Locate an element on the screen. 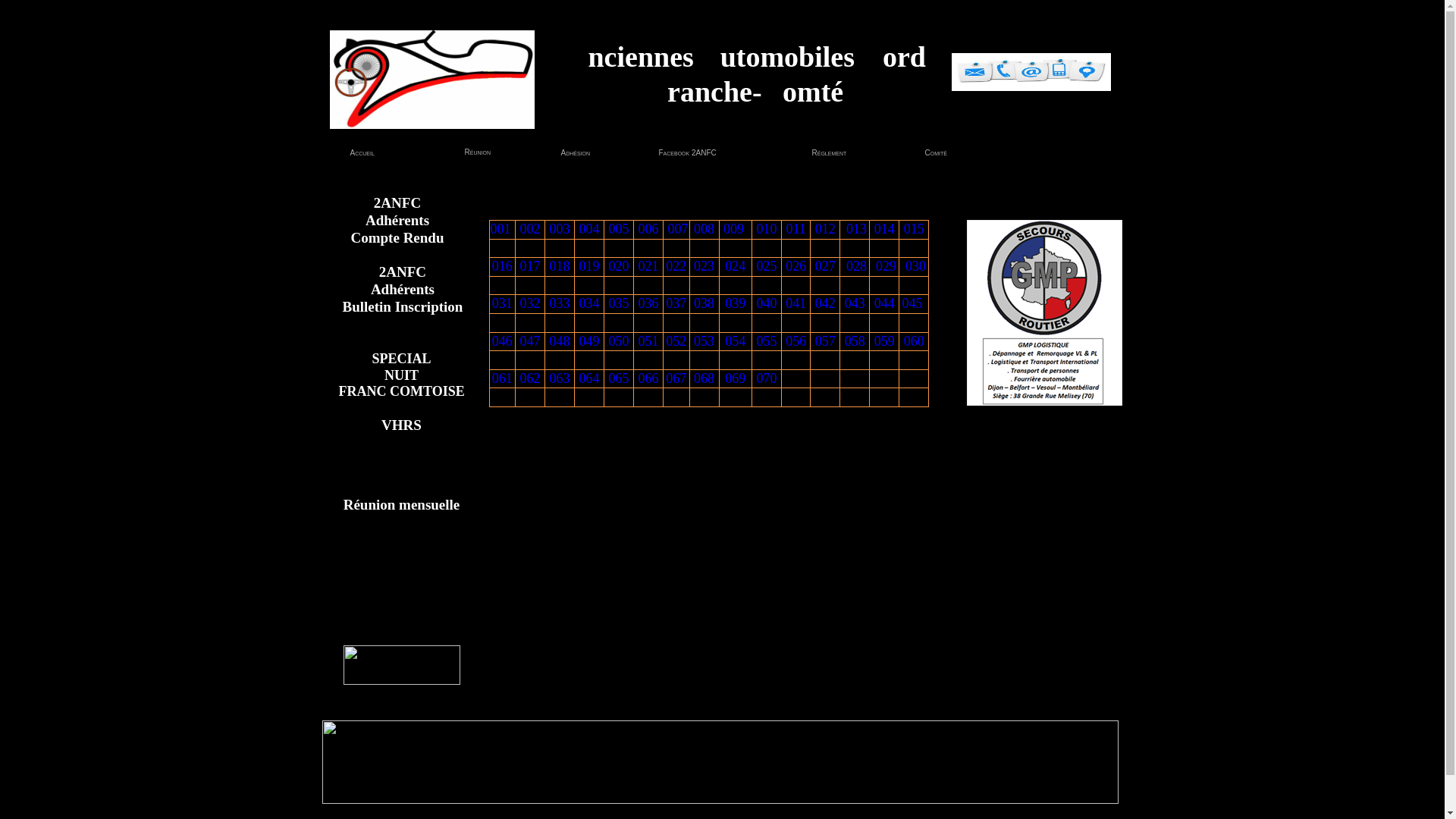 This screenshot has width=1456, height=819. 'Accueil' is located at coordinates (351, 152).